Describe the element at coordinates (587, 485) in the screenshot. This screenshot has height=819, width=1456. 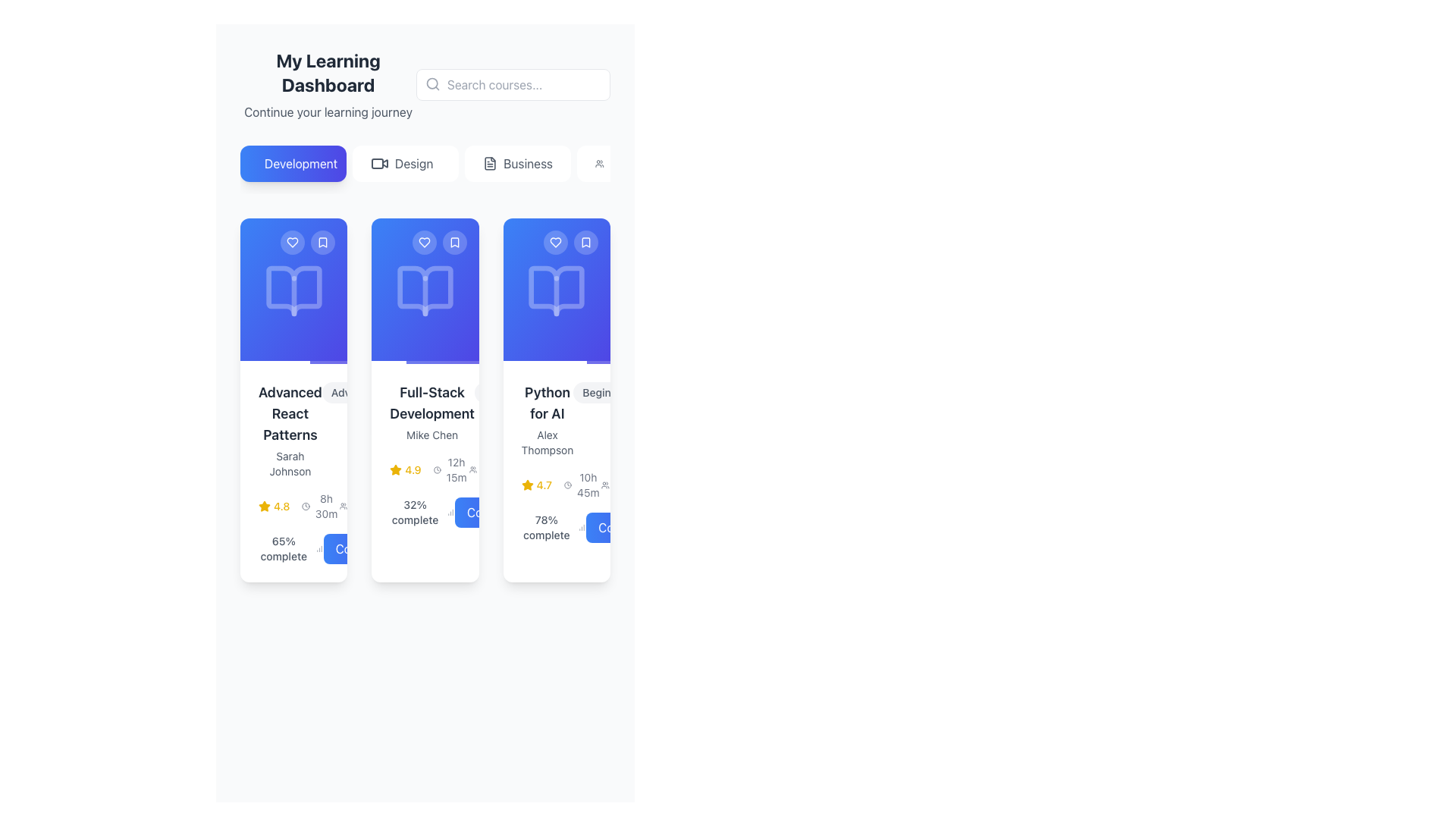
I see `duration details provided by the text label located in the bottom right section of the third course card, adjacent to a clock icon` at that location.